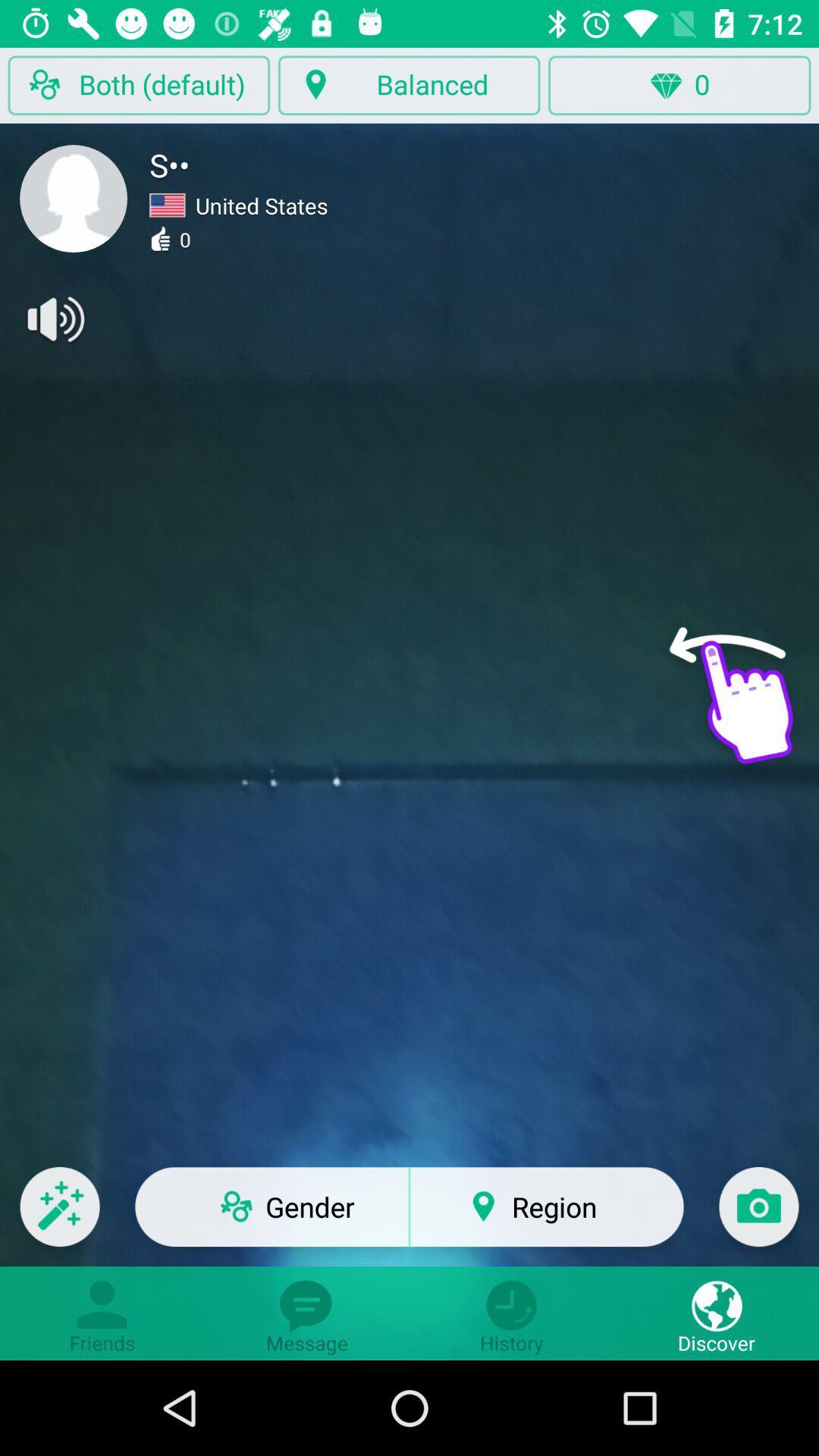 The width and height of the screenshot is (819, 1456). Describe the element at coordinates (409, 85) in the screenshot. I see `balanced` at that location.